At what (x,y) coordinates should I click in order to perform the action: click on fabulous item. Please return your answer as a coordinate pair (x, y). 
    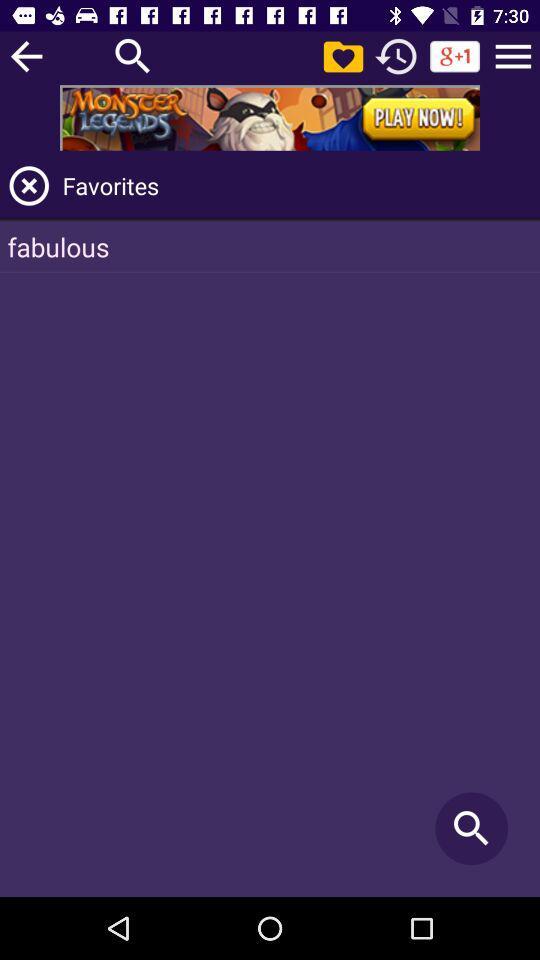
    Looking at the image, I should click on (270, 245).